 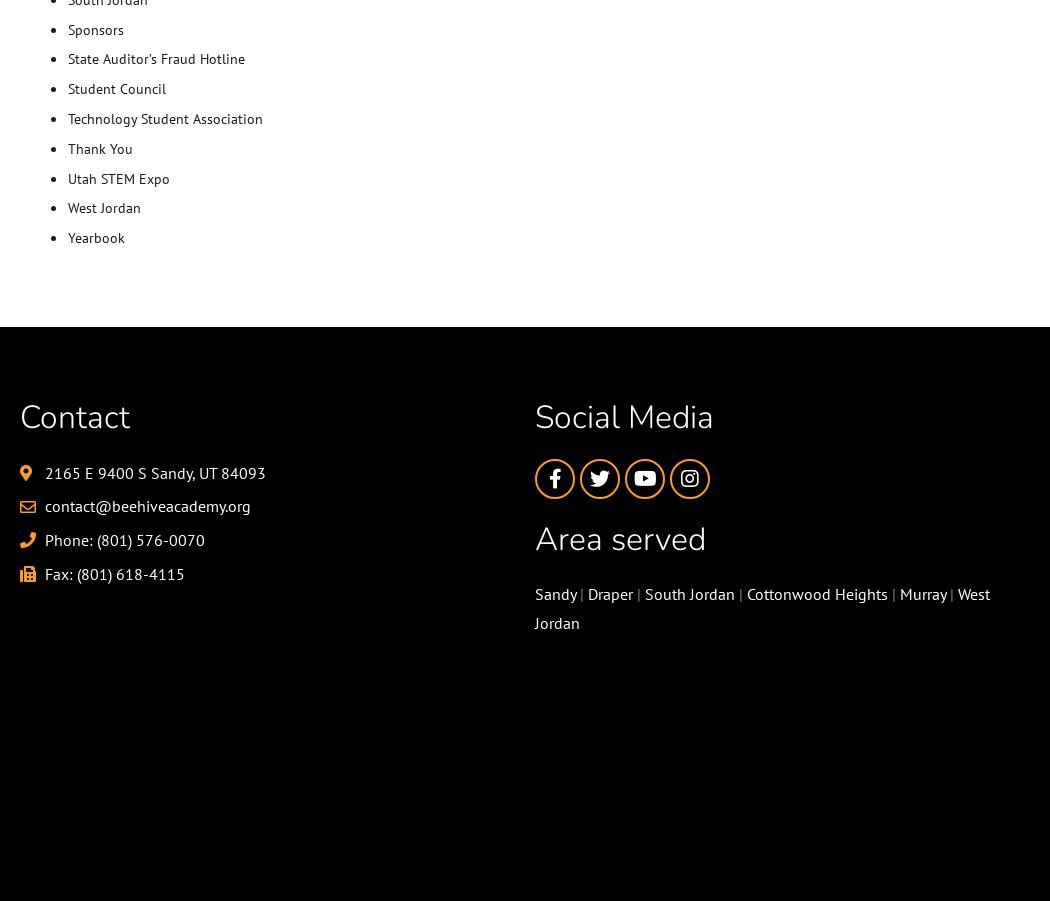 I want to click on 'Murray', so click(x=898, y=593).